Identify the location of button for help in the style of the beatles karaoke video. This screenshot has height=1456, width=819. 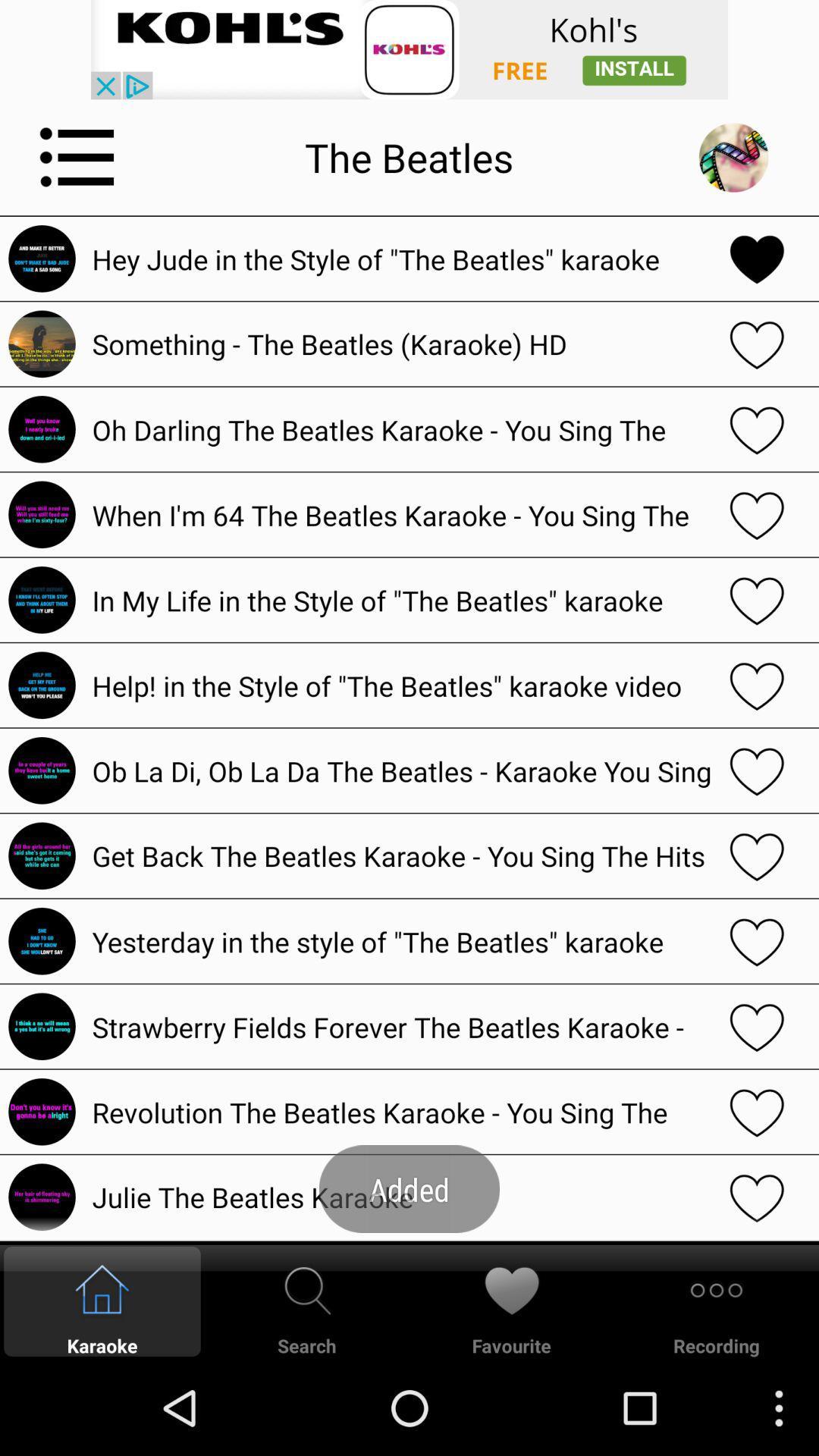
(757, 684).